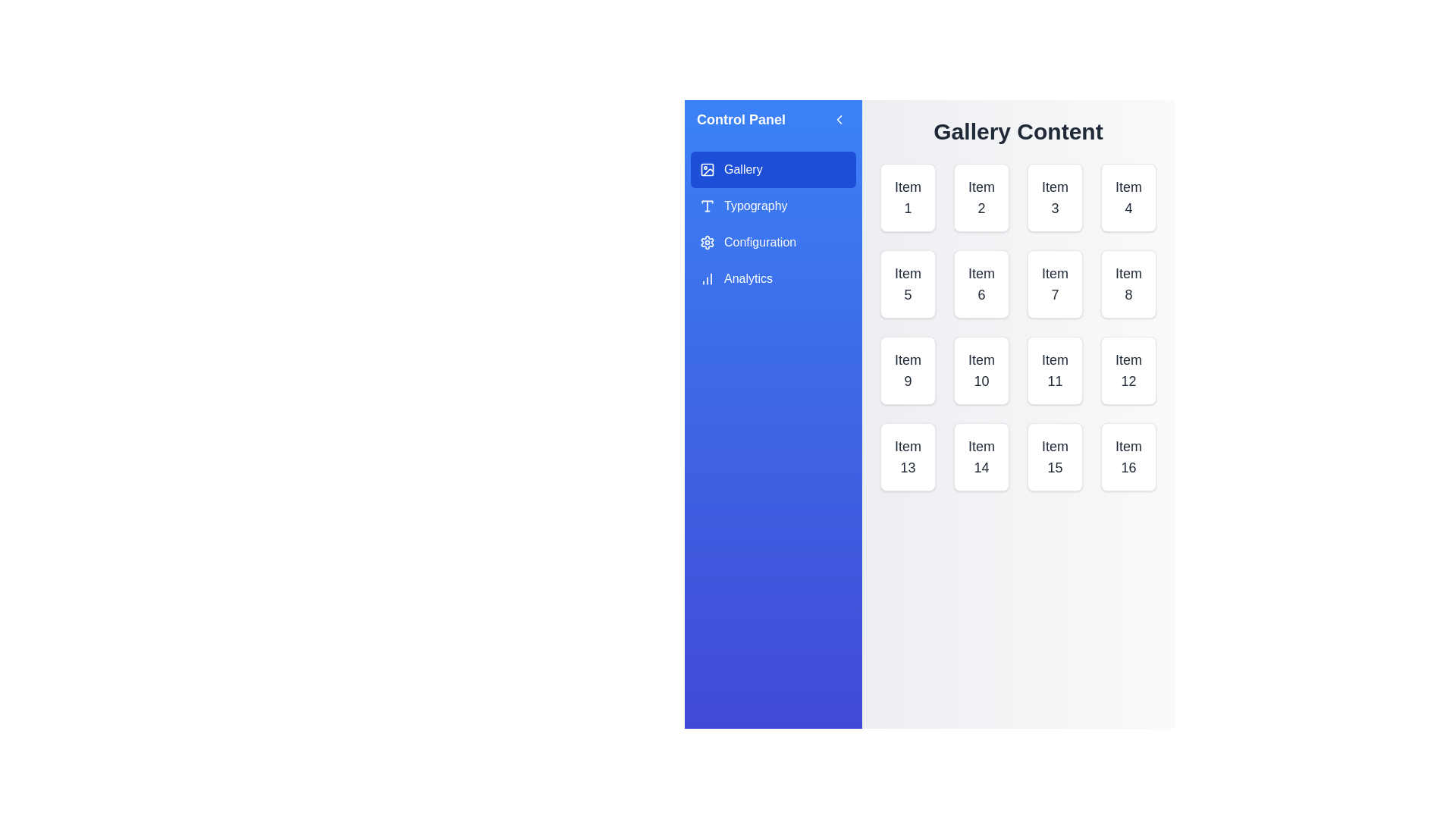 This screenshot has height=819, width=1456. Describe the element at coordinates (773, 206) in the screenshot. I see `the category Typography from the menu` at that location.